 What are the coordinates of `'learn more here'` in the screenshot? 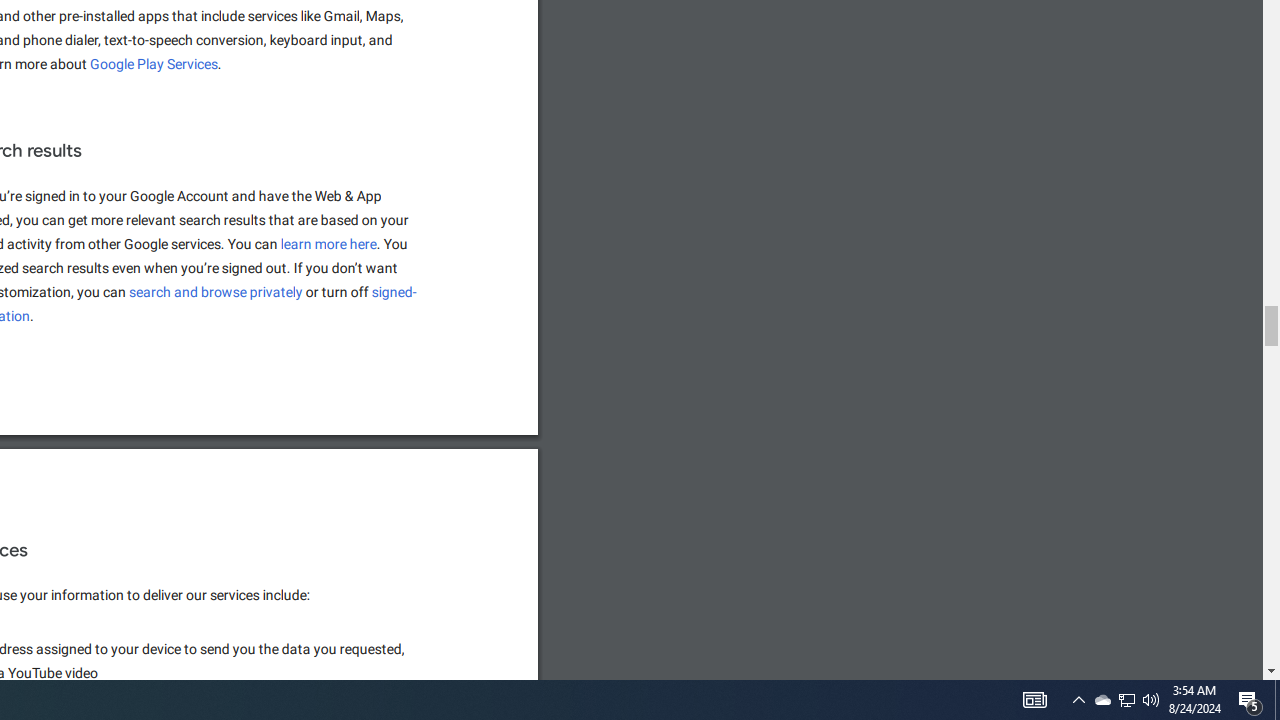 It's located at (329, 243).